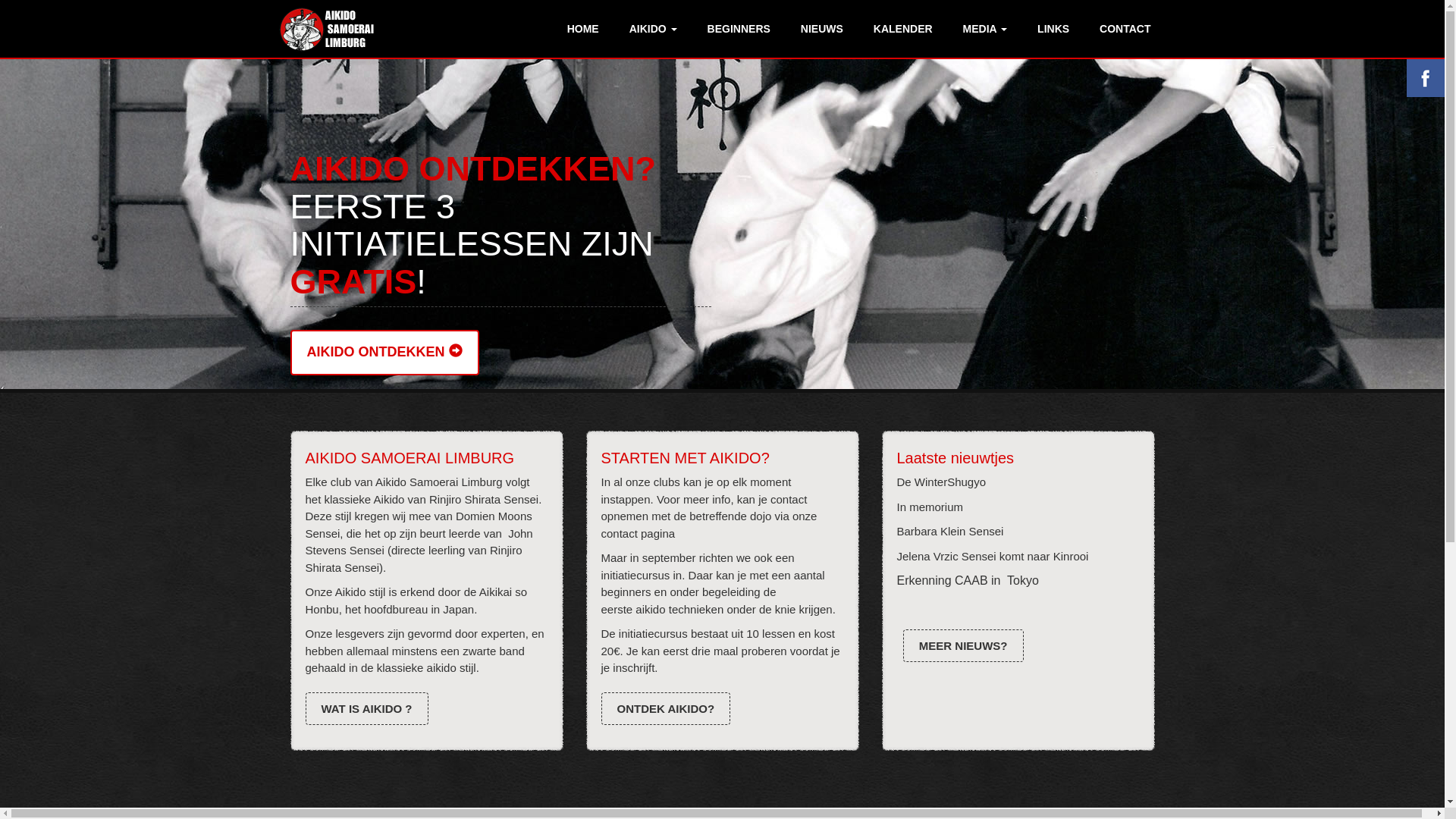 The image size is (1456, 819). I want to click on 'AIKIDO', so click(653, 29).